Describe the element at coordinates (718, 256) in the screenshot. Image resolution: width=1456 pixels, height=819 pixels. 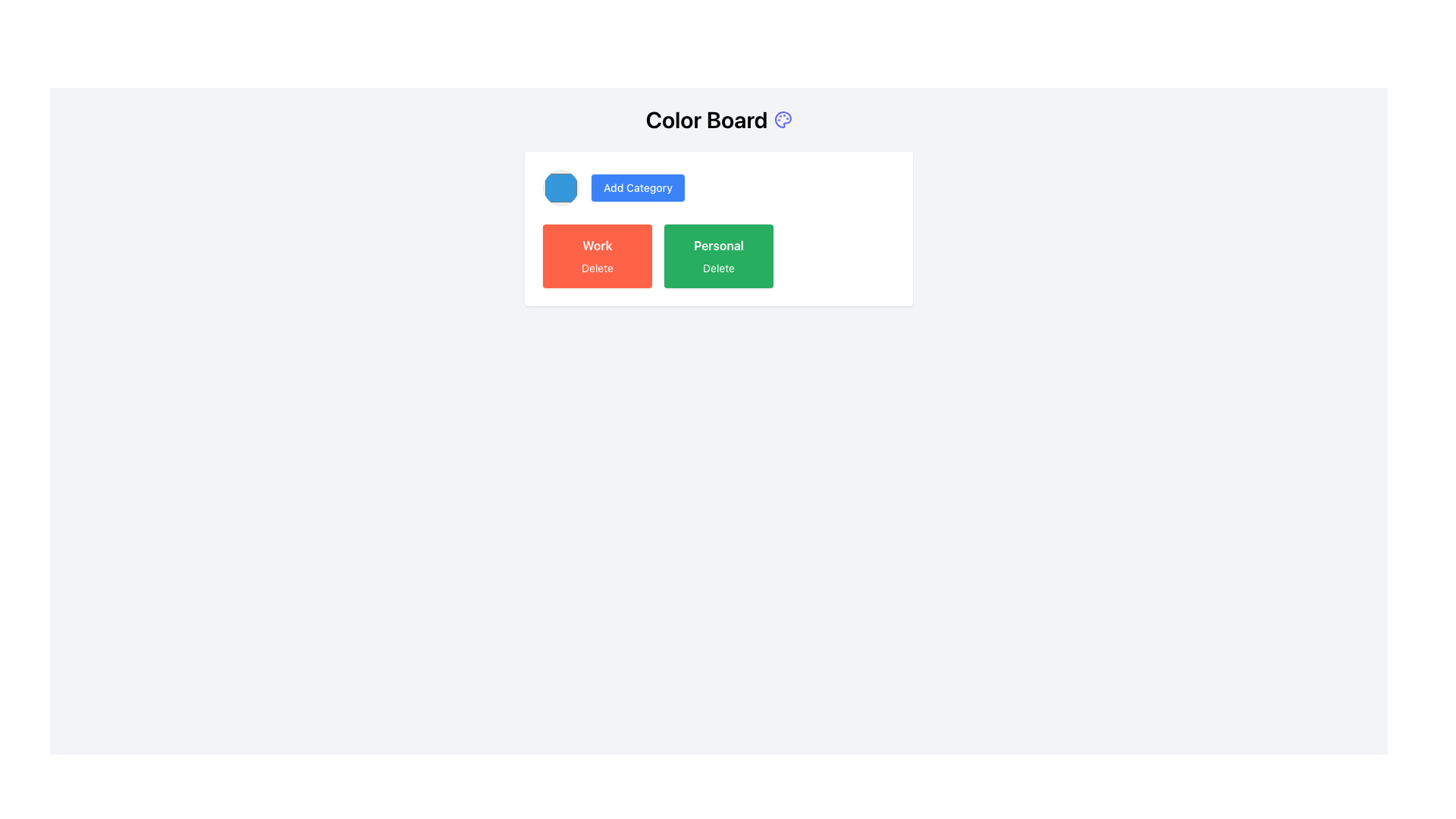
I see `the 'Delete' text on the green button labeled 'Personal'` at that location.